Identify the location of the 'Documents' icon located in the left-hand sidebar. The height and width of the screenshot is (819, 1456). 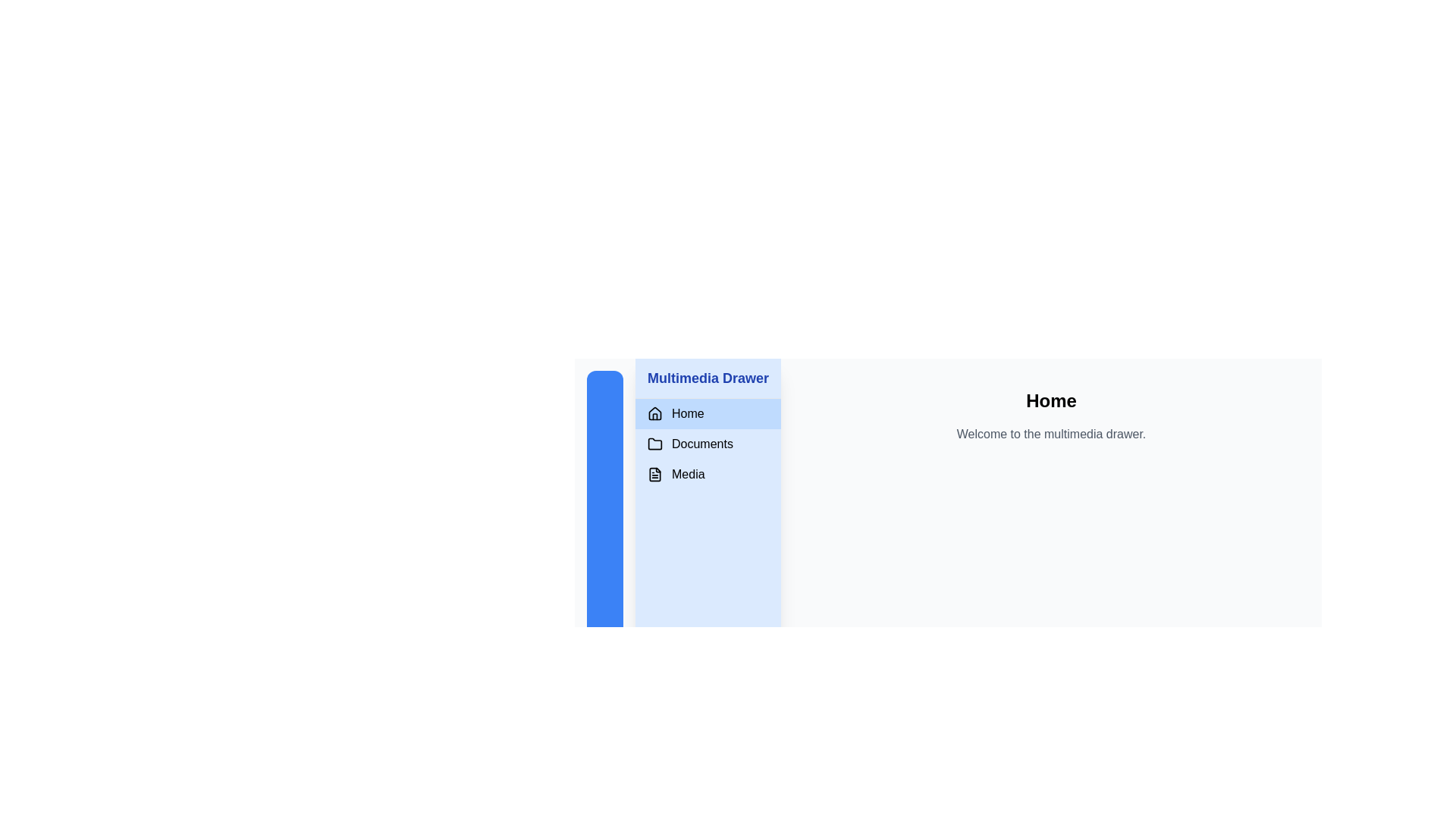
(655, 444).